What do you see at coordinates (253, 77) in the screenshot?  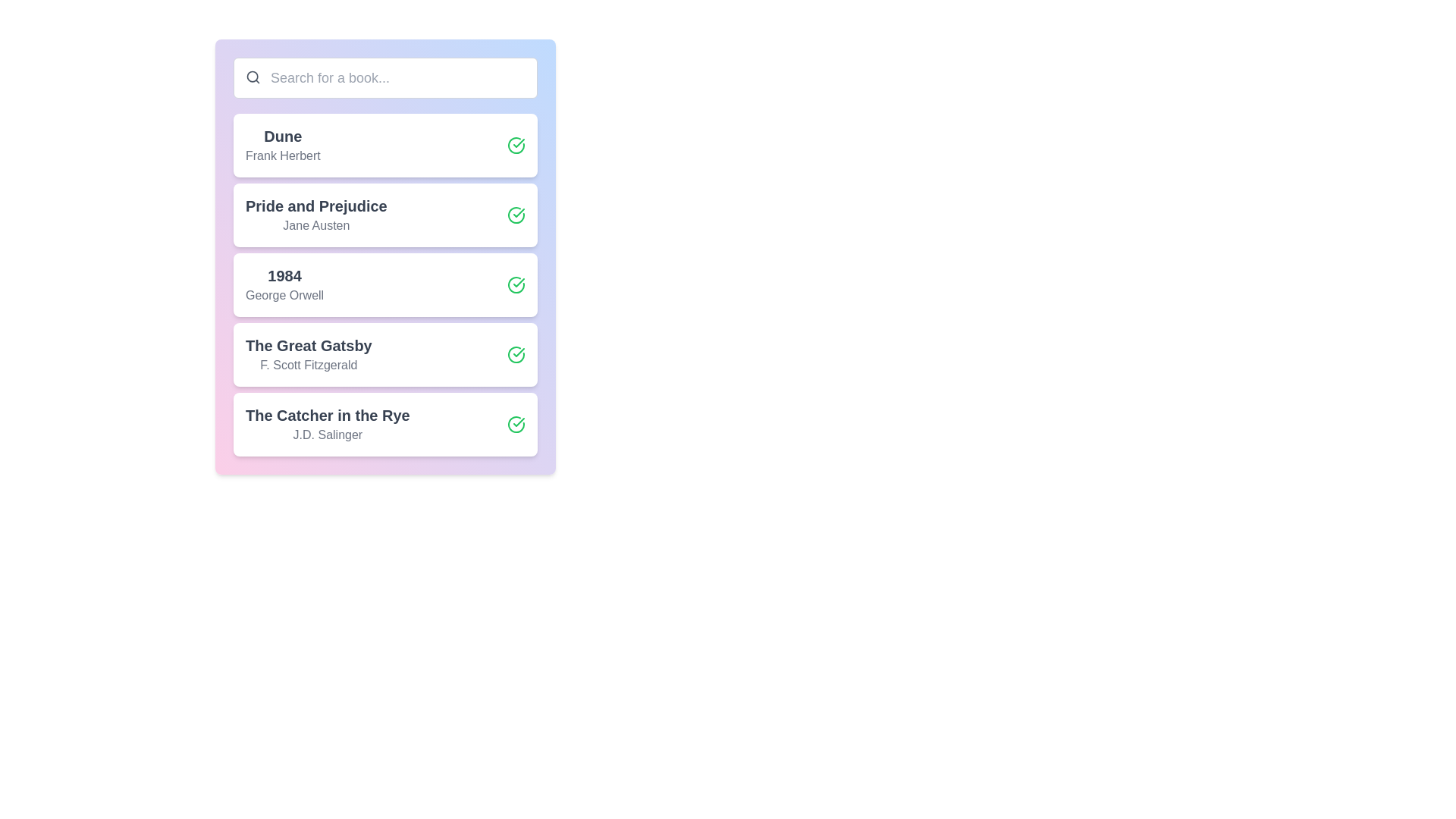 I see `the inner circle of the search icon in the top-left corner of the search bar` at bounding box center [253, 77].